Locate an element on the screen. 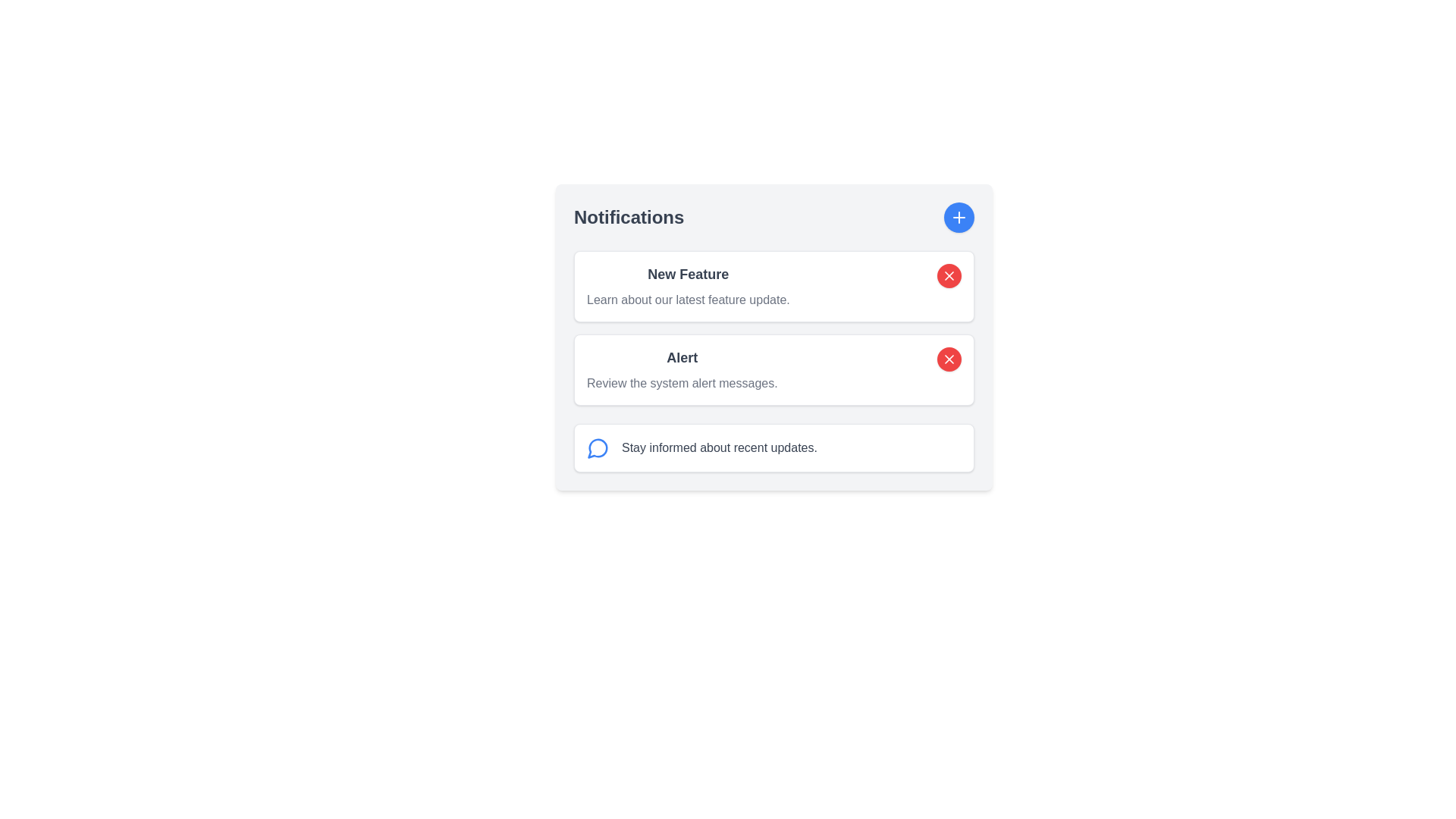 The height and width of the screenshot is (819, 1456). the text block displaying 'New Feature', which is styled in bold and larger font size, positioned on the left side of a card element is located at coordinates (687, 275).